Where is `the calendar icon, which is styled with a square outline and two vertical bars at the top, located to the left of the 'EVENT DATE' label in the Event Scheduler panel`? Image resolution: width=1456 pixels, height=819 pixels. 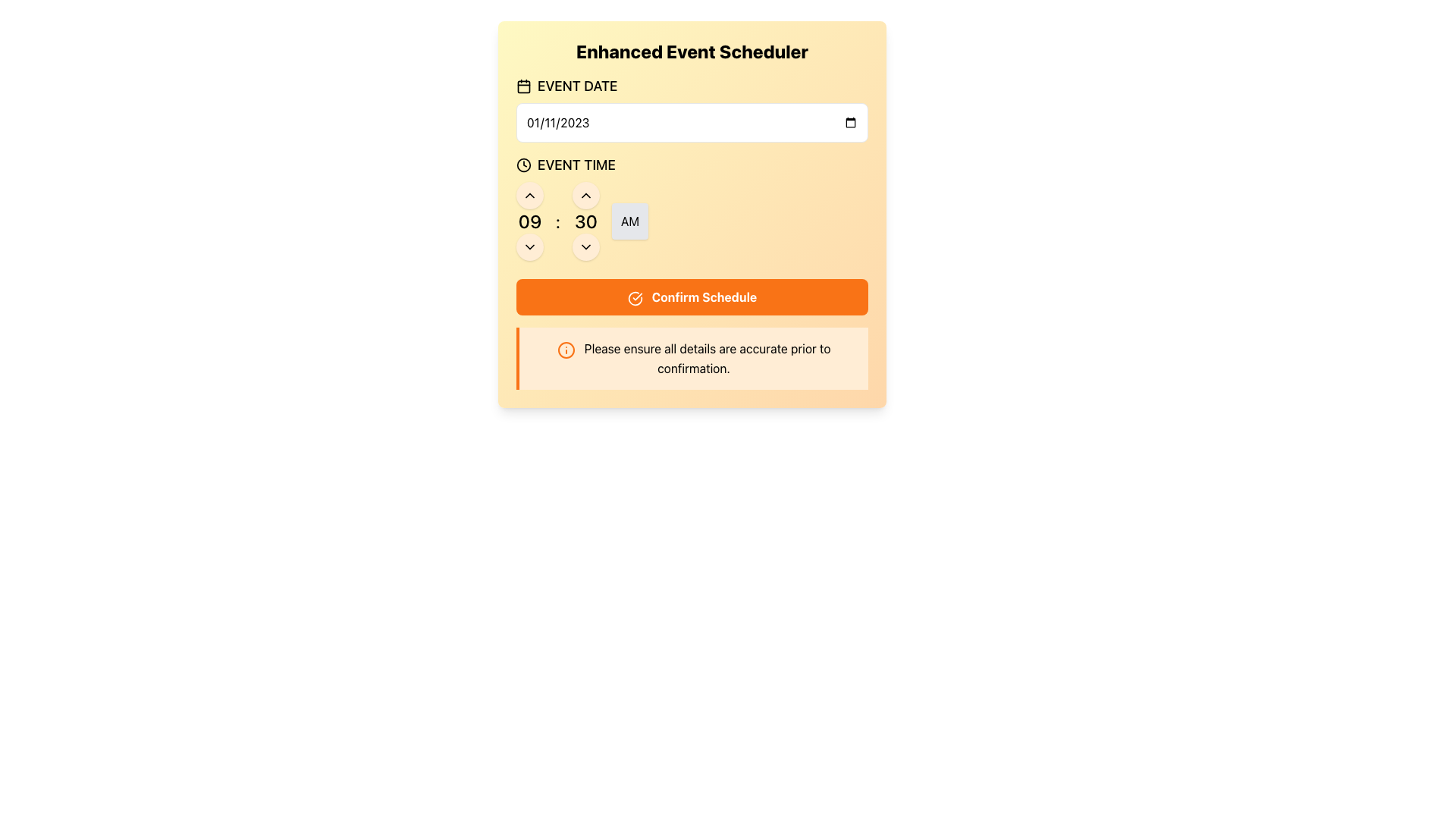
the calendar icon, which is styled with a square outline and two vertical bars at the top, located to the left of the 'EVENT DATE' label in the Event Scheduler panel is located at coordinates (524, 86).